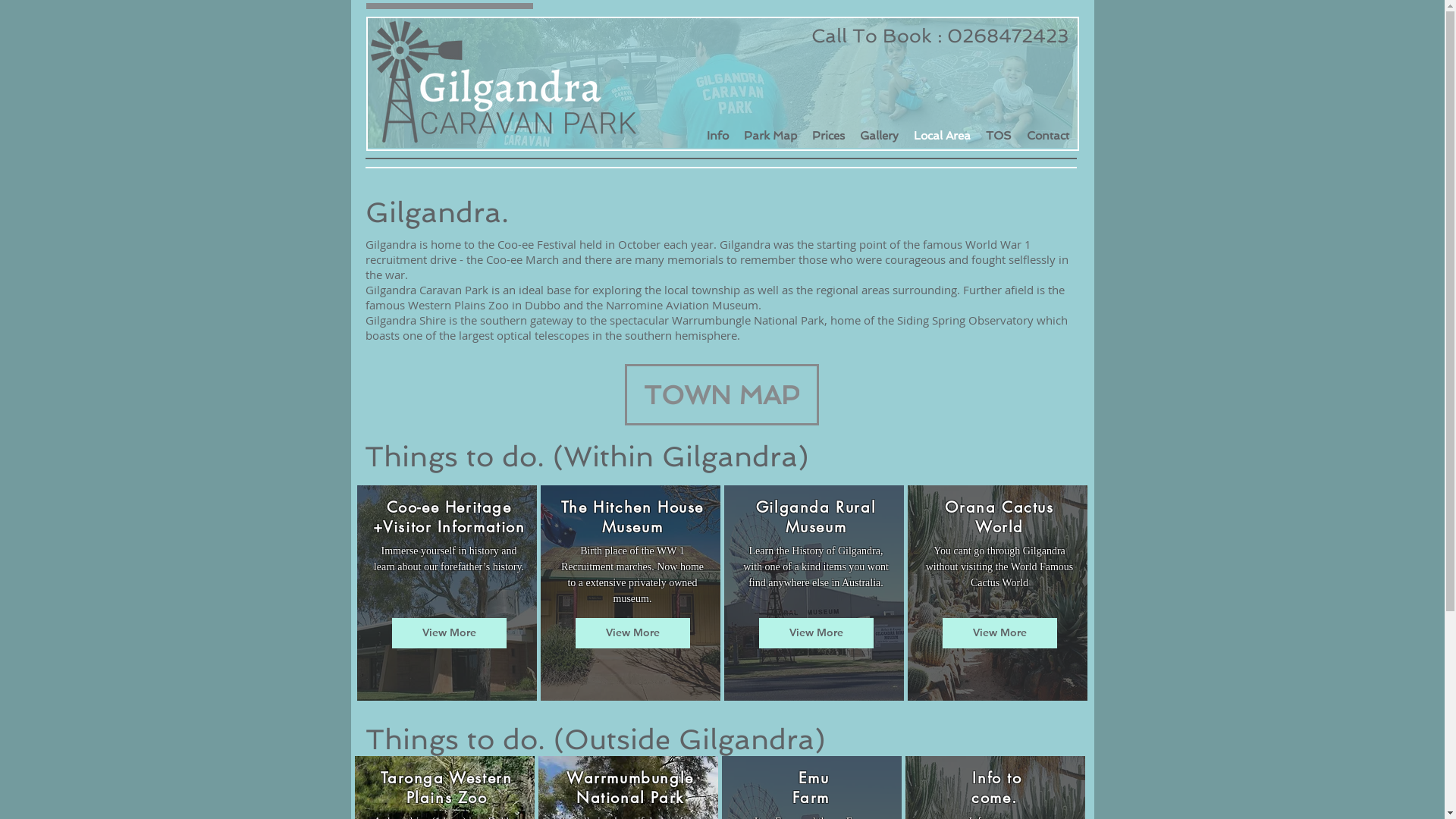 The height and width of the screenshot is (819, 1456). What do you see at coordinates (940, 134) in the screenshot?
I see `'Local Area'` at bounding box center [940, 134].